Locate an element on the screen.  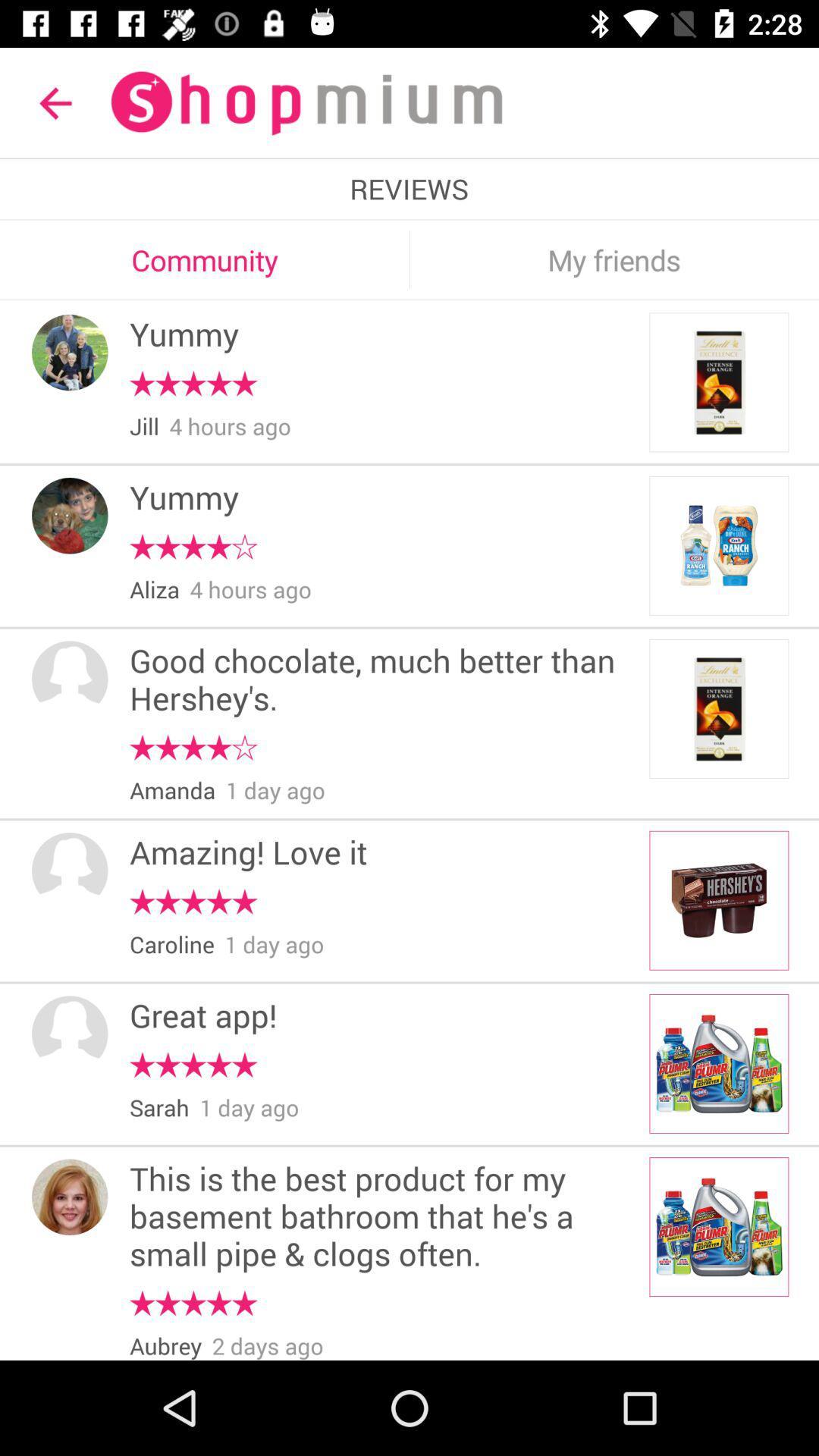
the icon to the right of aubrey item is located at coordinates (267, 1345).